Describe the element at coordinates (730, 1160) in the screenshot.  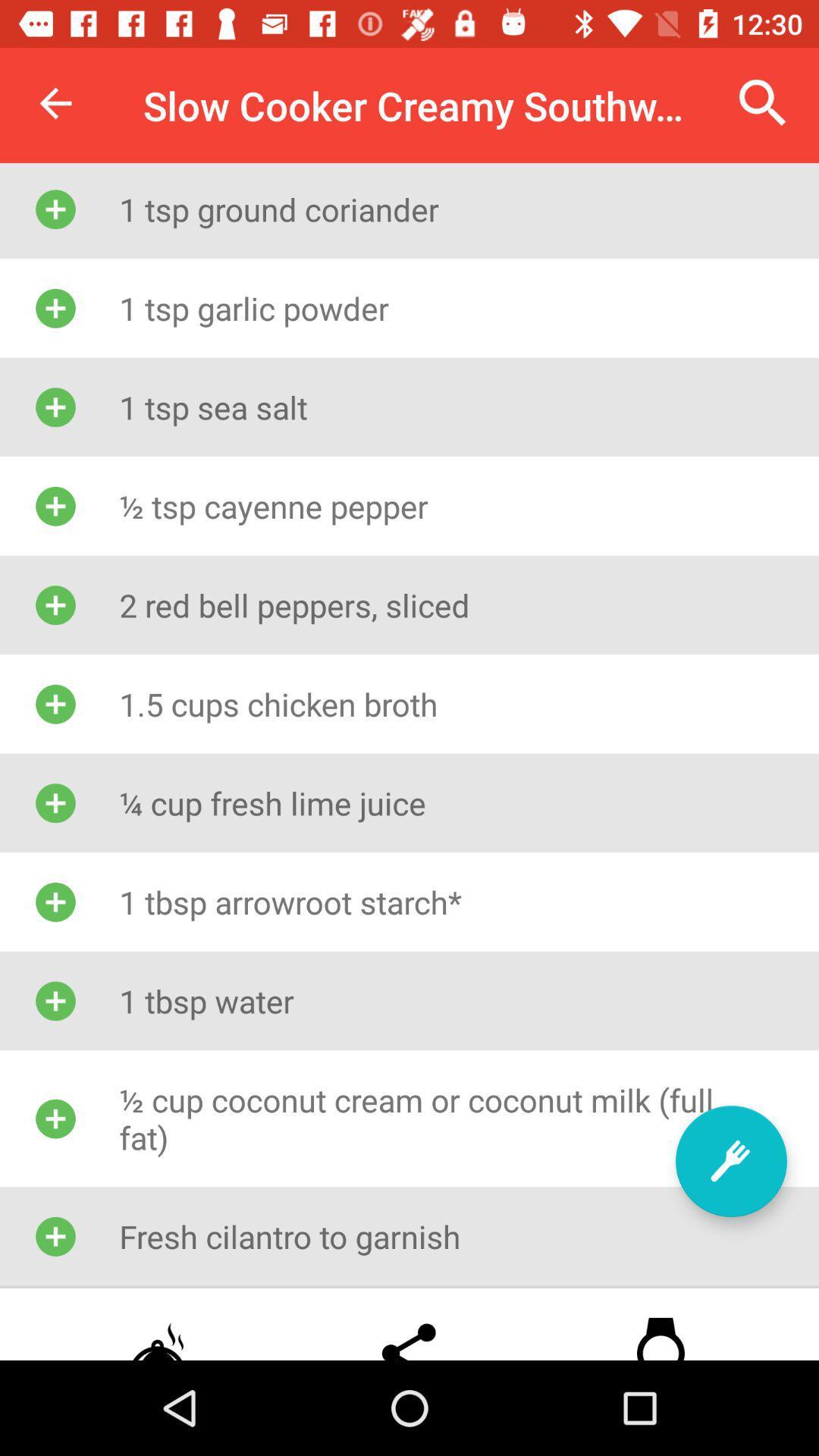
I see `additional recipes` at that location.